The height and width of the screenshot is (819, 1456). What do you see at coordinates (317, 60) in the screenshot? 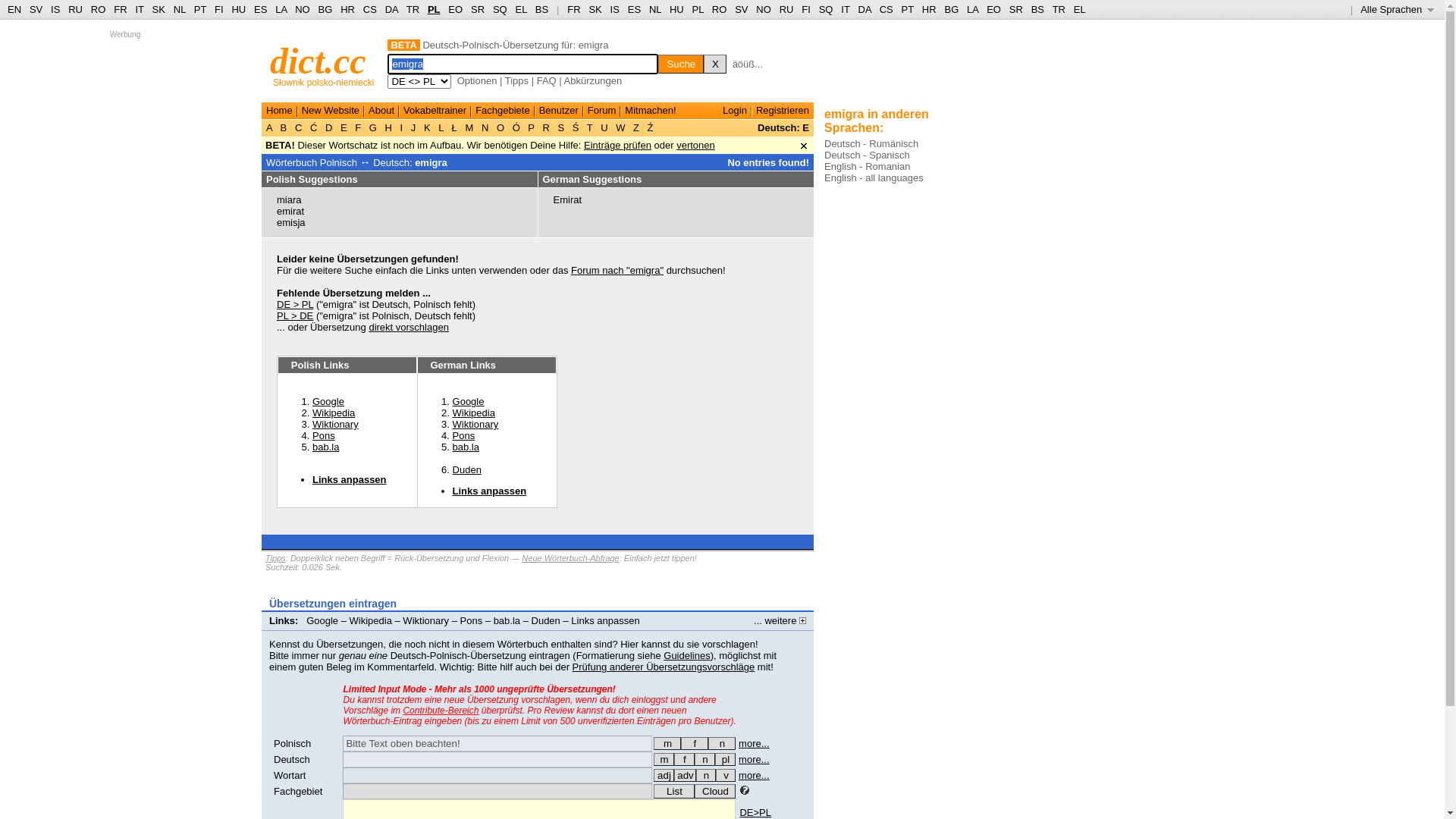
I see `'dict.cc'` at bounding box center [317, 60].